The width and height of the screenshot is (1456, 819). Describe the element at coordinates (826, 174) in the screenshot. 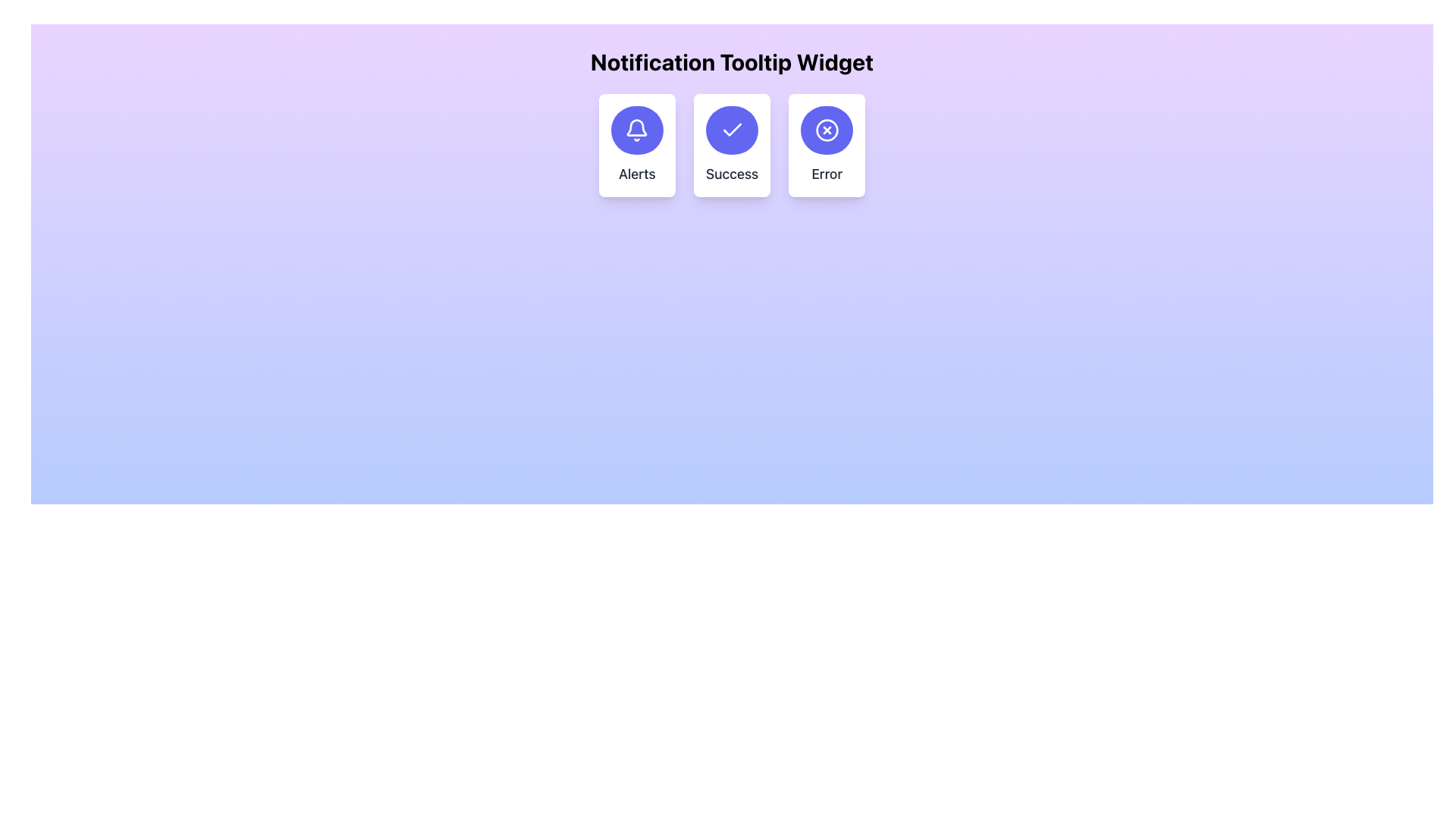

I see `the 'Error' text label, which is a medium-sized sans-serif font in dark gray, located at the bottom center of the rightmost card, directly below a circular 'X' icon` at that location.